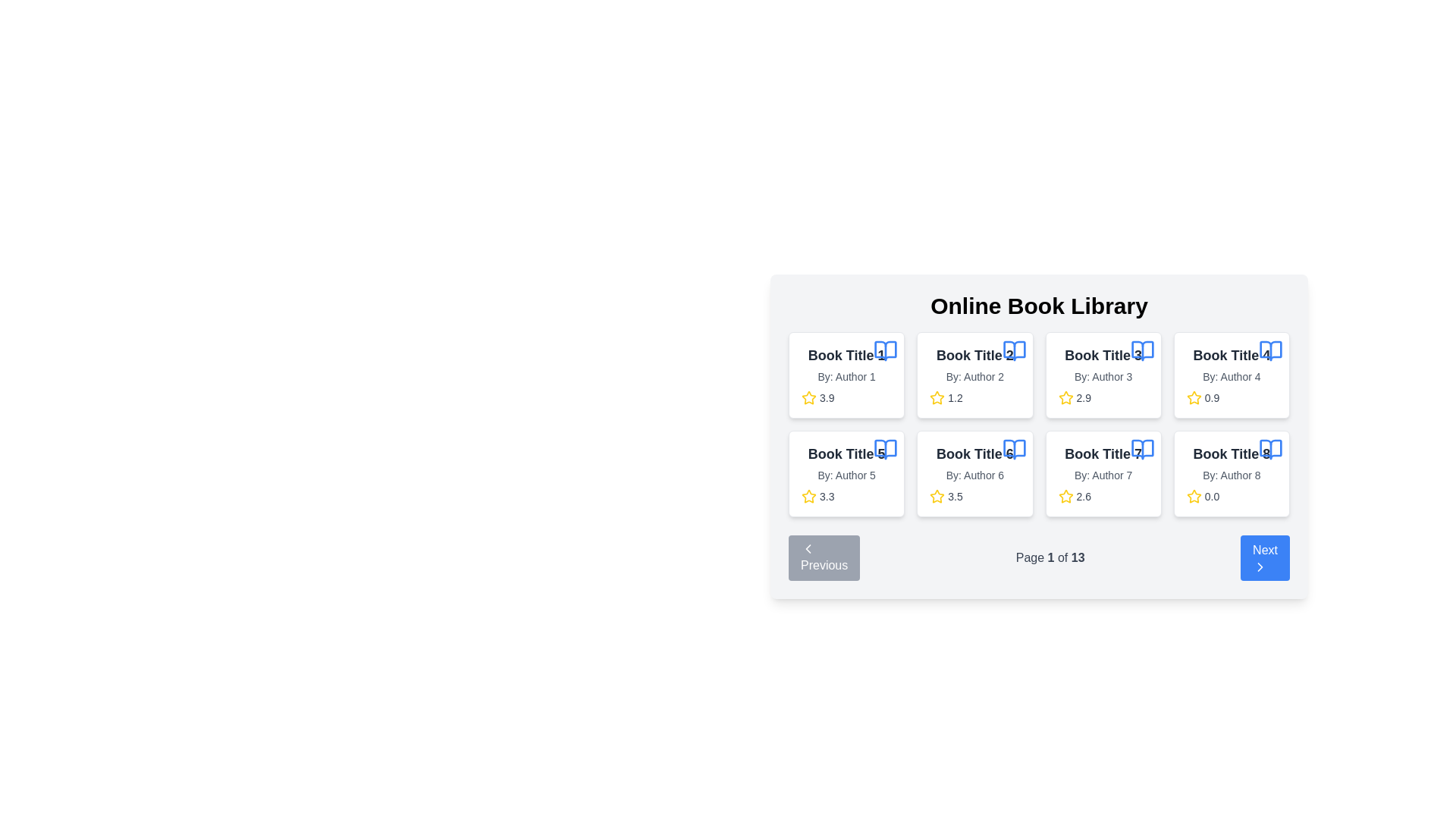  I want to click on the rating display for 'Book Title 1', which is located under 'By: Author 1' in its book card, so click(846, 397).